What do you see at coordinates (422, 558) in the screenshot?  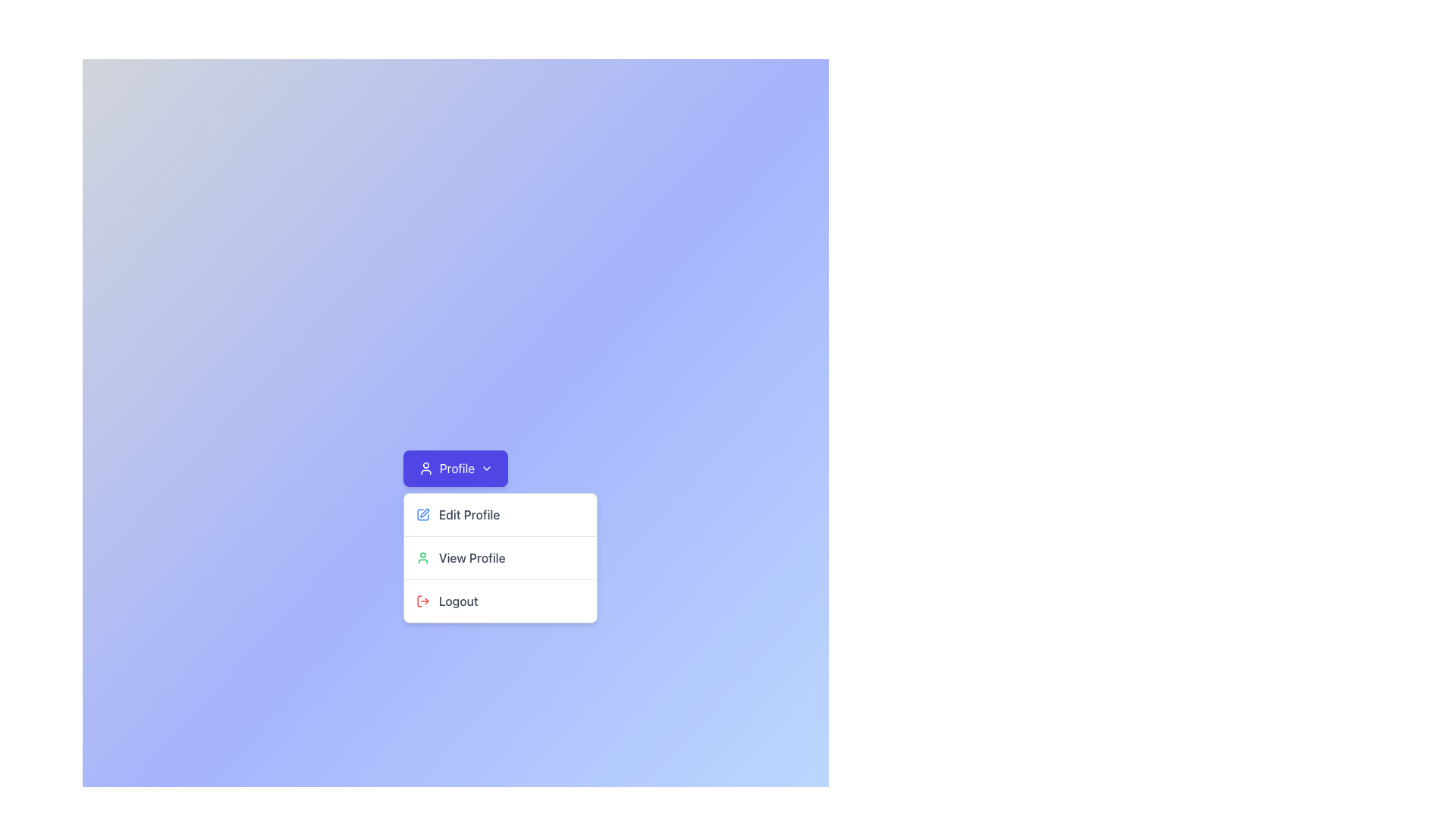 I see `the green user icon within the 'View Profile' menu item, which features a green border and the text 'View Profile' to its right` at bounding box center [422, 558].